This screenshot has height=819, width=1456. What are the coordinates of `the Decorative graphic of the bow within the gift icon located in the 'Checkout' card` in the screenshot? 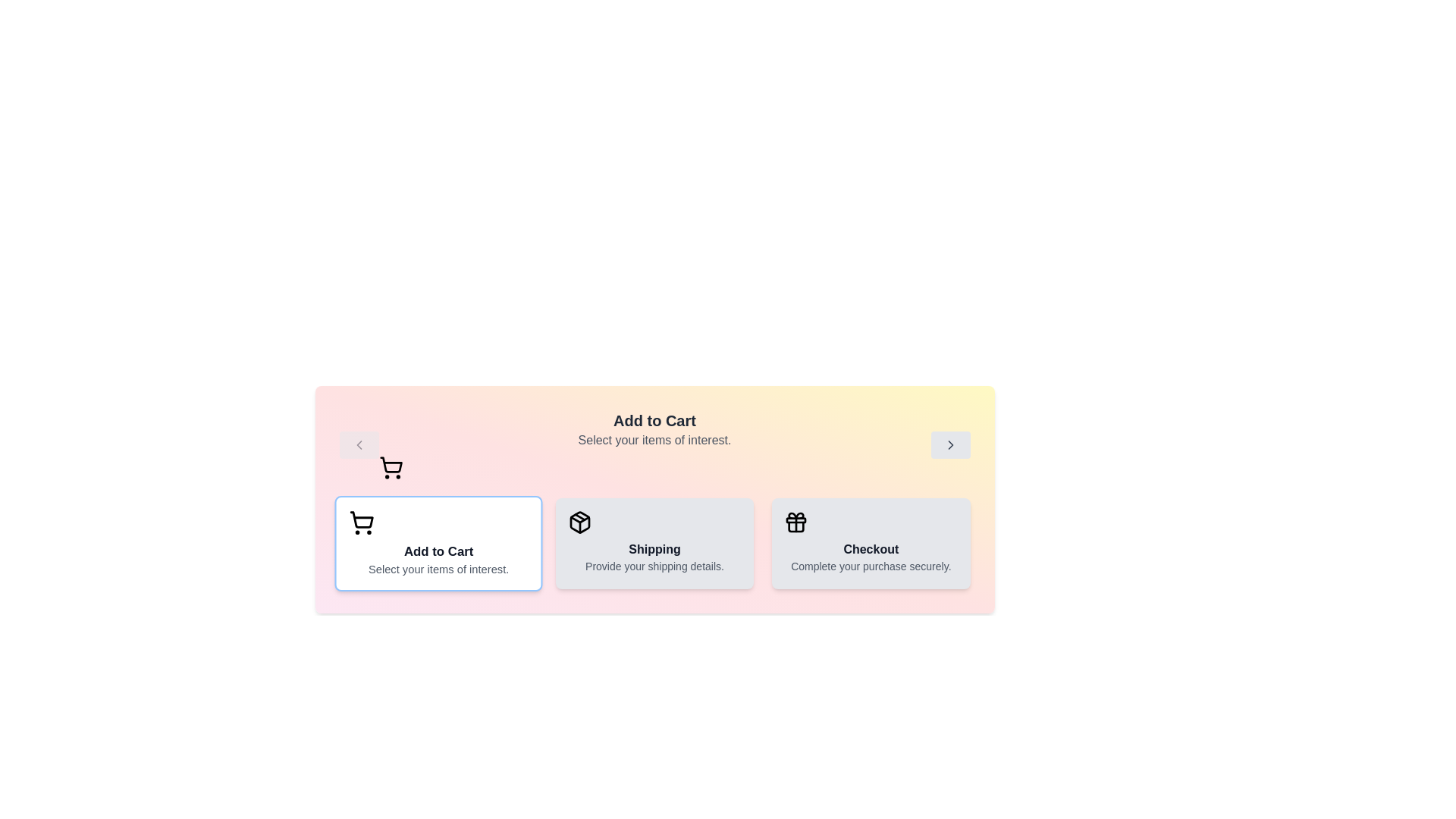 It's located at (795, 515).